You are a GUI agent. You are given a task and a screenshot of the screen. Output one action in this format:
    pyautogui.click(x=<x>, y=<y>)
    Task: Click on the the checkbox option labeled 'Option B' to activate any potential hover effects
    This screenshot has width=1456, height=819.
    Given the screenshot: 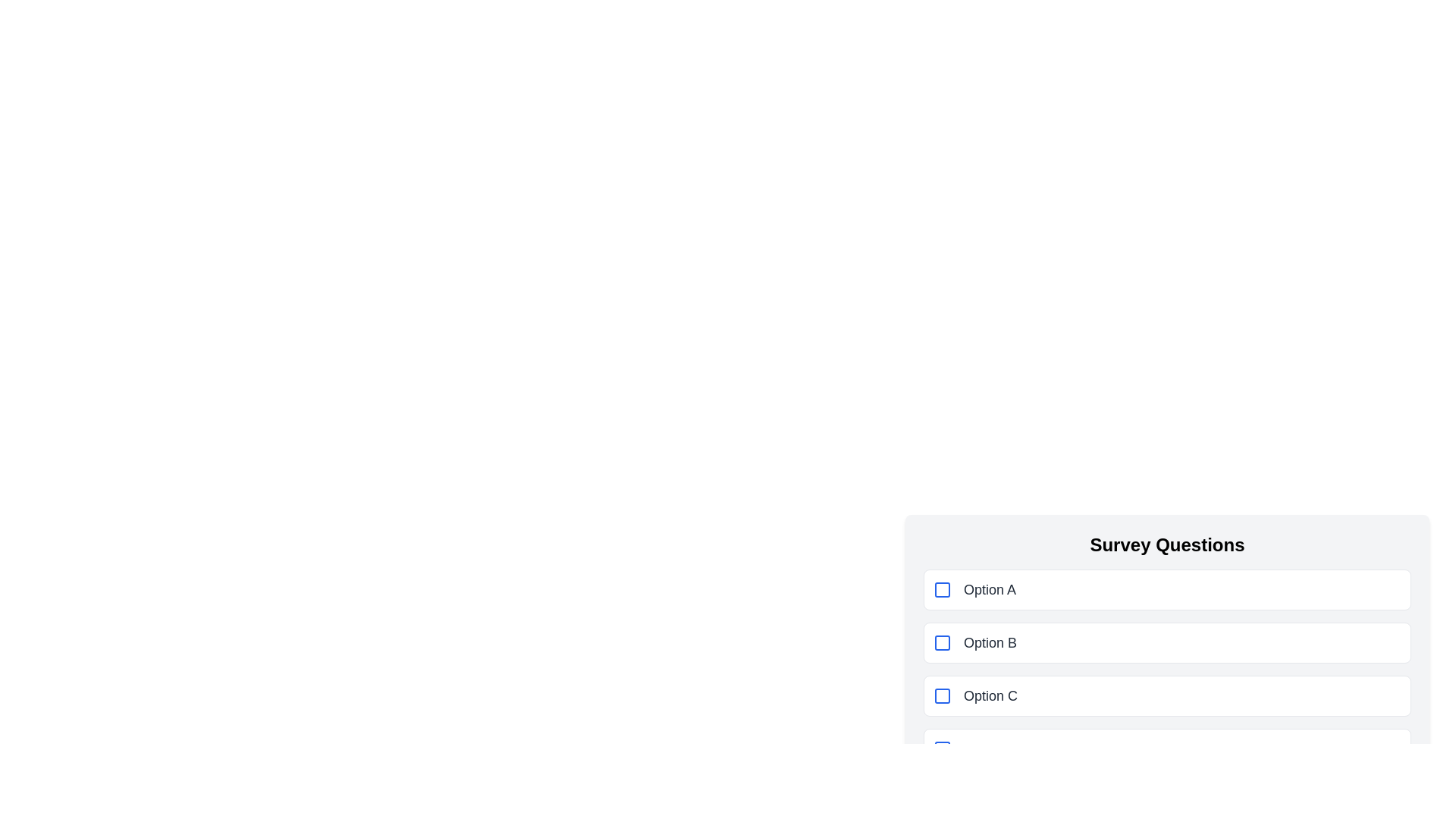 What is the action you would take?
    pyautogui.click(x=1166, y=669)
    